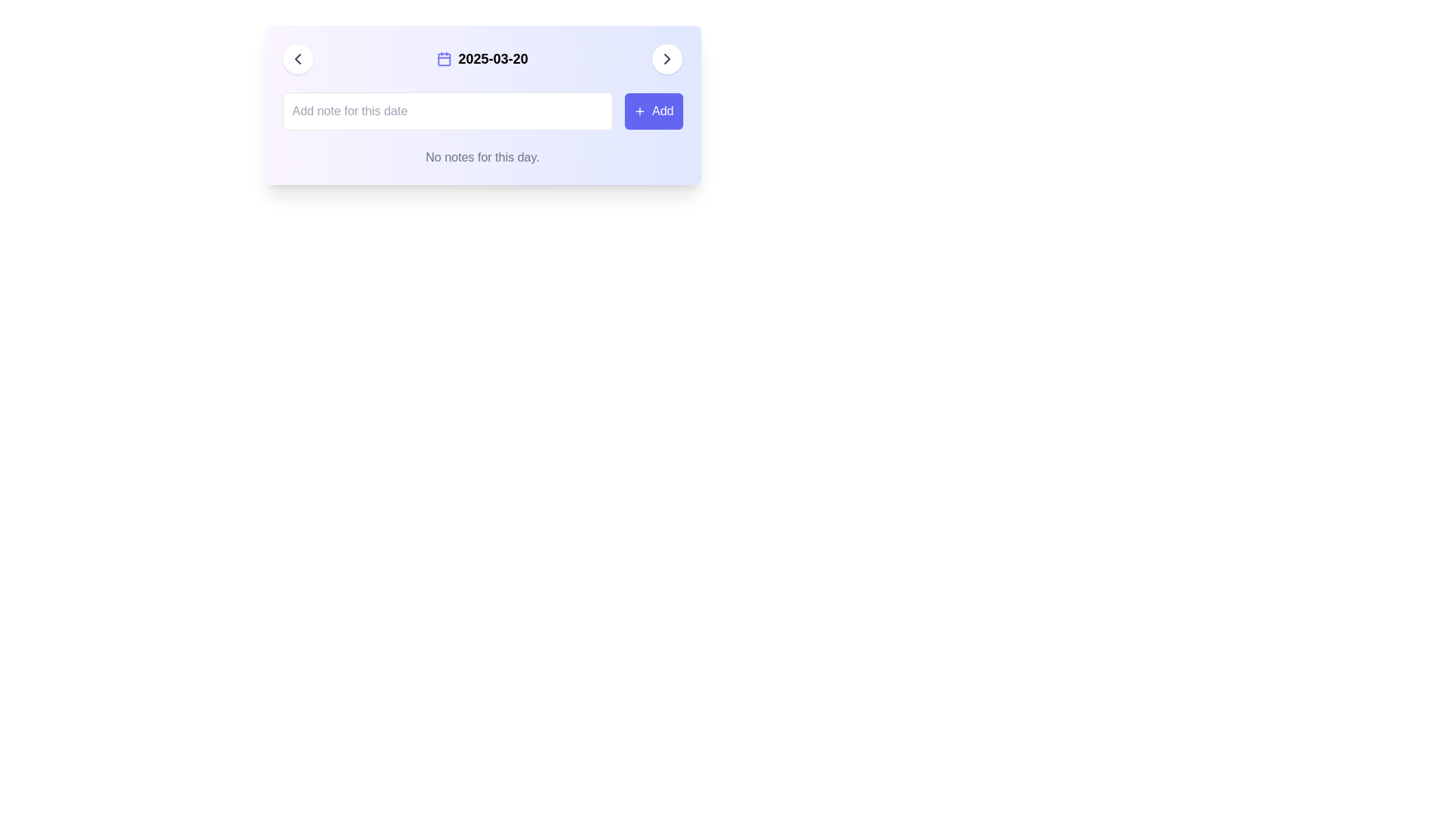 This screenshot has width=1456, height=819. Describe the element at coordinates (667, 58) in the screenshot. I see `the right-pointing arrow icon, which is styled with thin lines and is part of a navigation panel next to the date '2025-03-20'` at that location.